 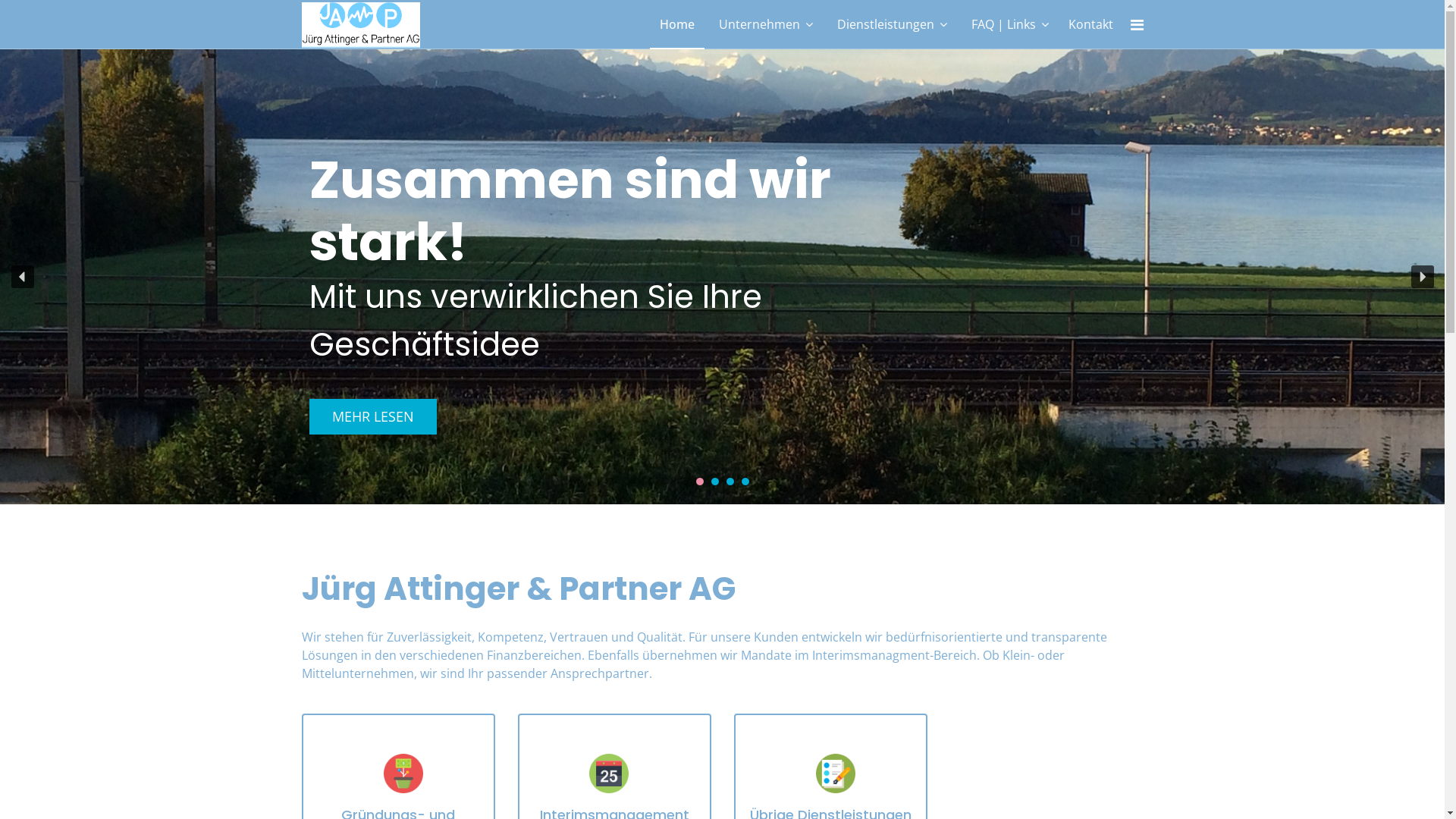 I want to click on 'Kontakt', so click(x=1090, y=24).